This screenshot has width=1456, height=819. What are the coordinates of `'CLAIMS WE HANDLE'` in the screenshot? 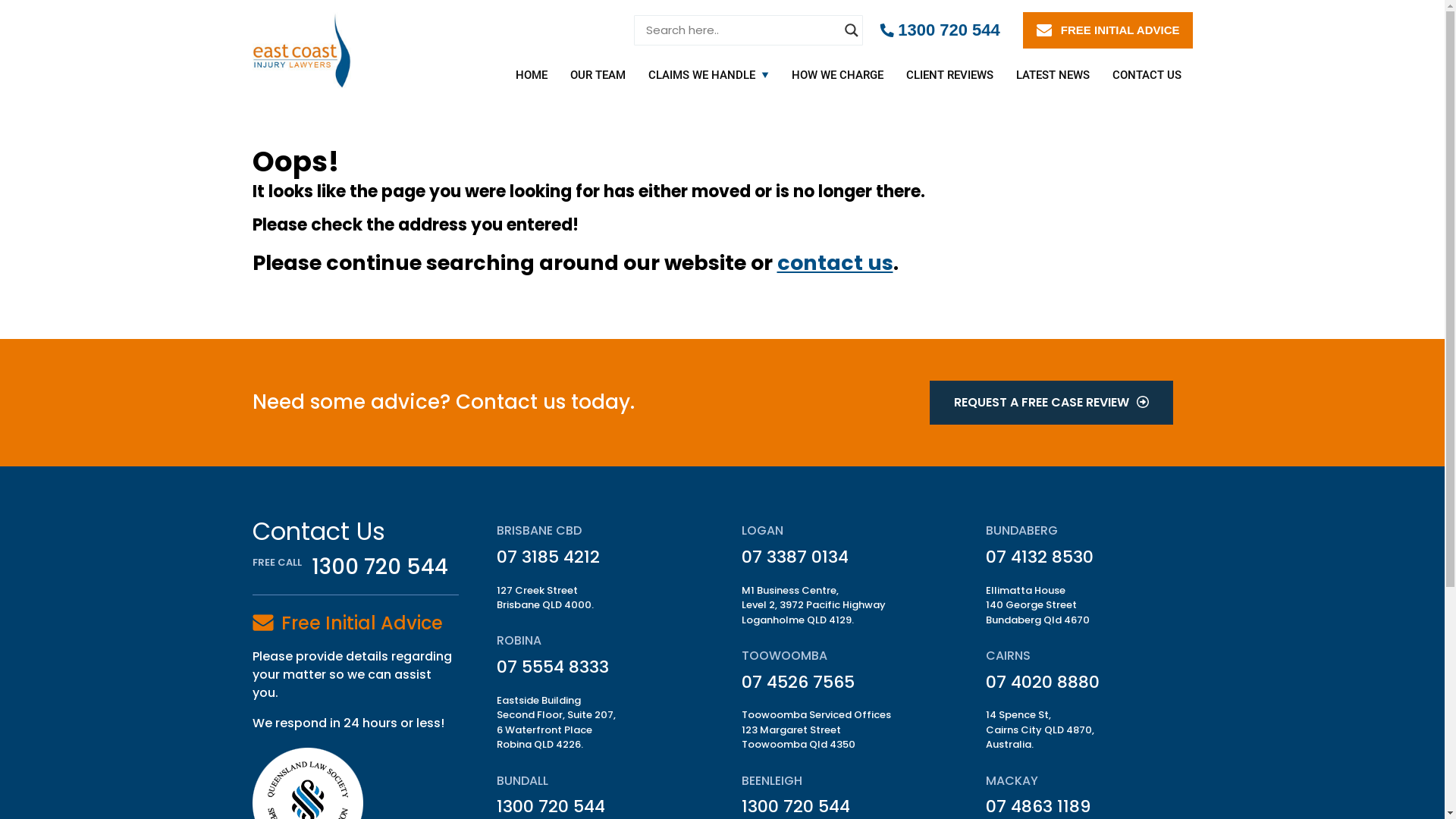 It's located at (701, 75).